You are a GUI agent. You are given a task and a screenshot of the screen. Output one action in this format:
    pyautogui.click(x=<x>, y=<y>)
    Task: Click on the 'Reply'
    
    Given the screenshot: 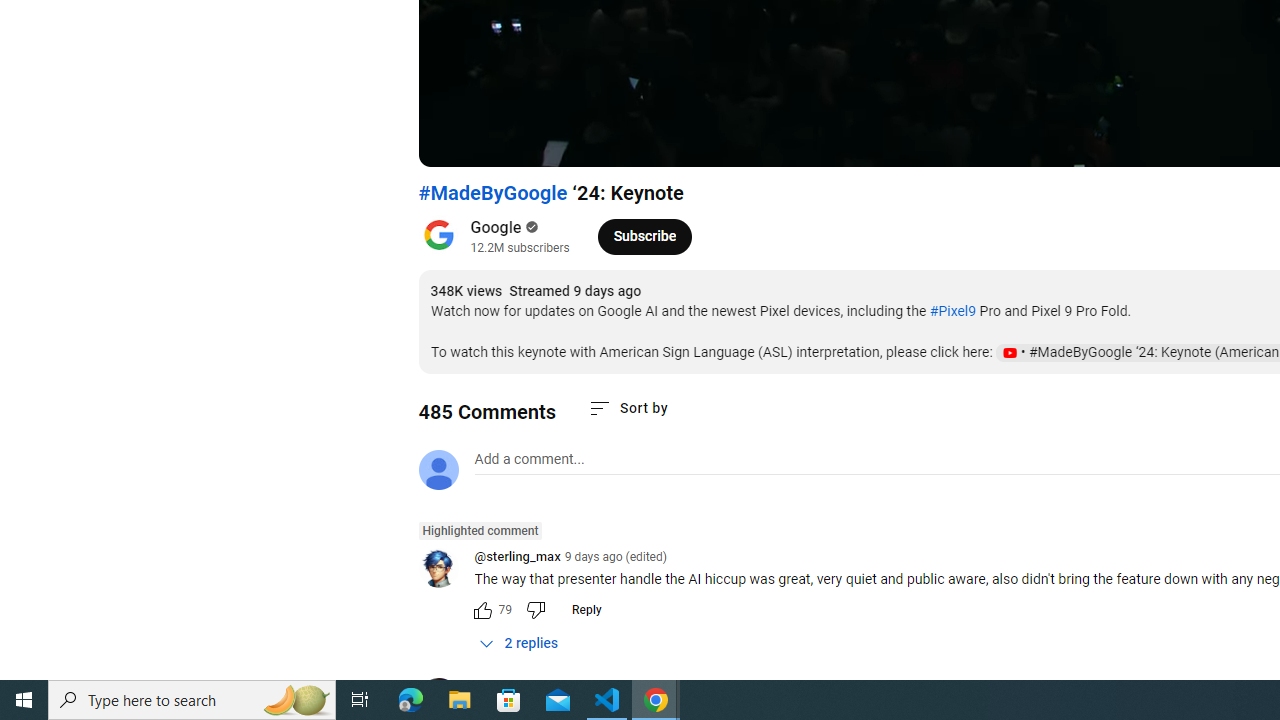 What is the action you would take?
    pyautogui.click(x=585, y=608)
    